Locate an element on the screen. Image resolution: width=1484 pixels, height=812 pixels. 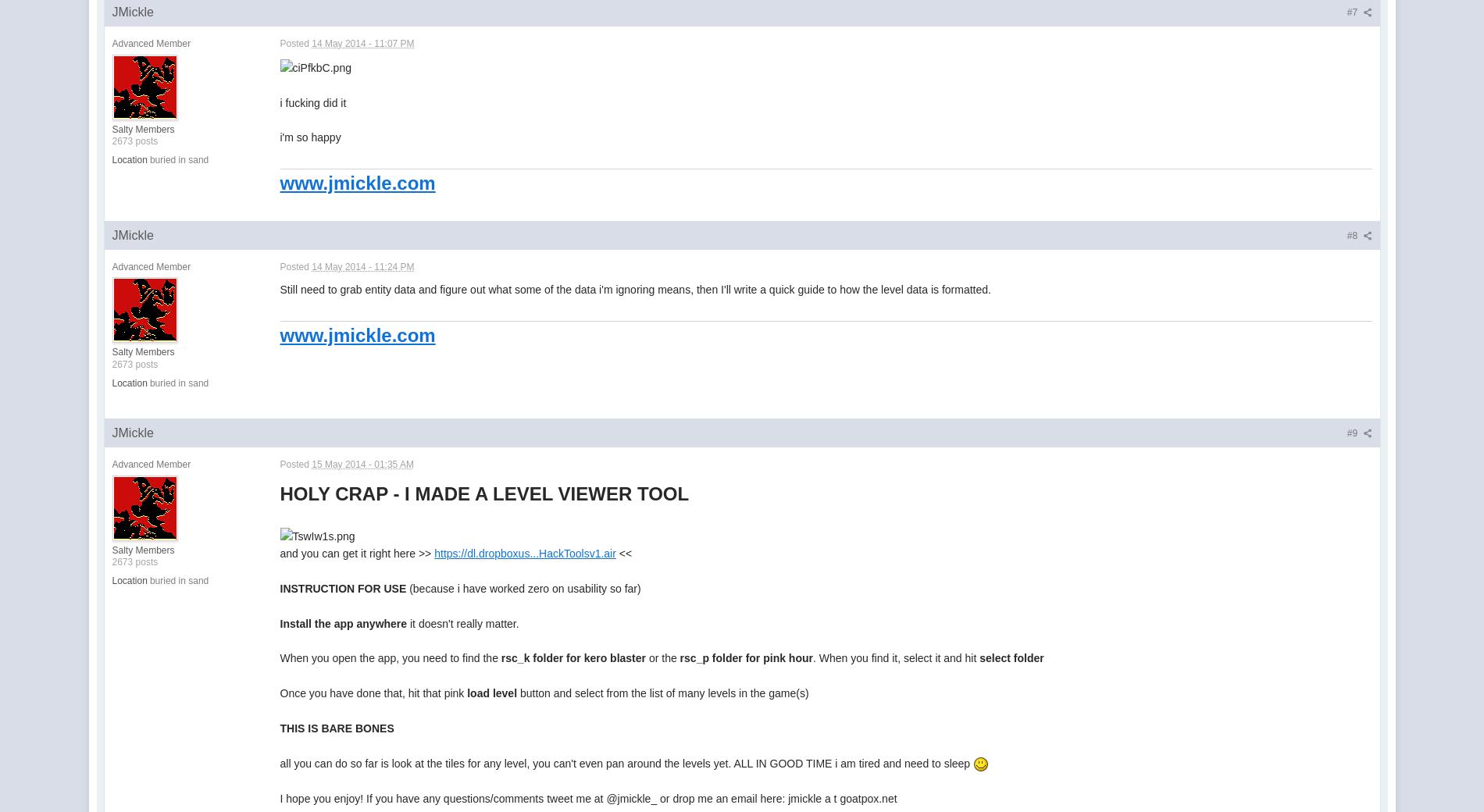
'https://dl.dropboxus...HackToolsv1.air' is located at coordinates (525, 553).